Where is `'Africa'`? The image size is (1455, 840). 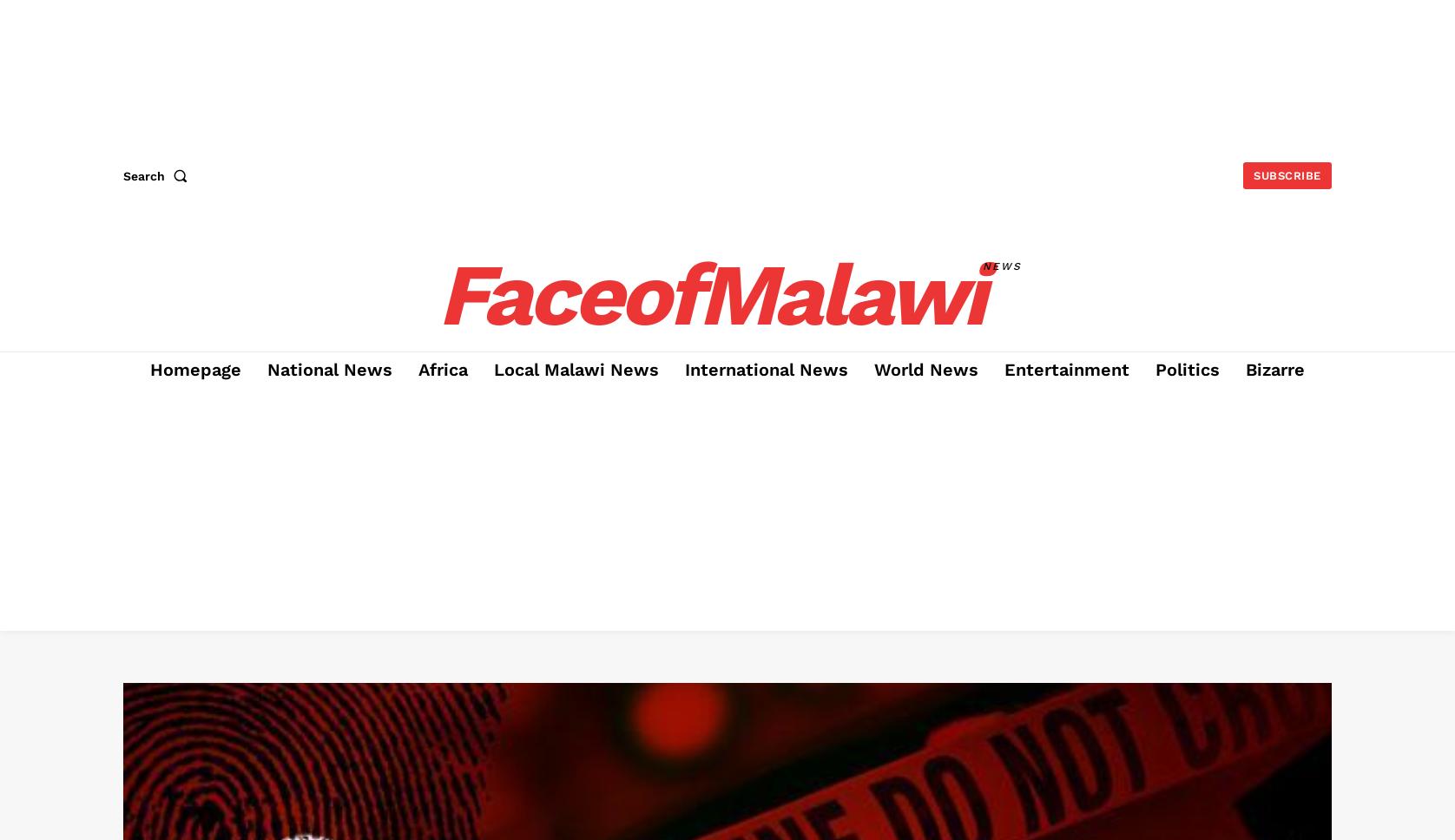 'Africa' is located at coordinates (443, 370).